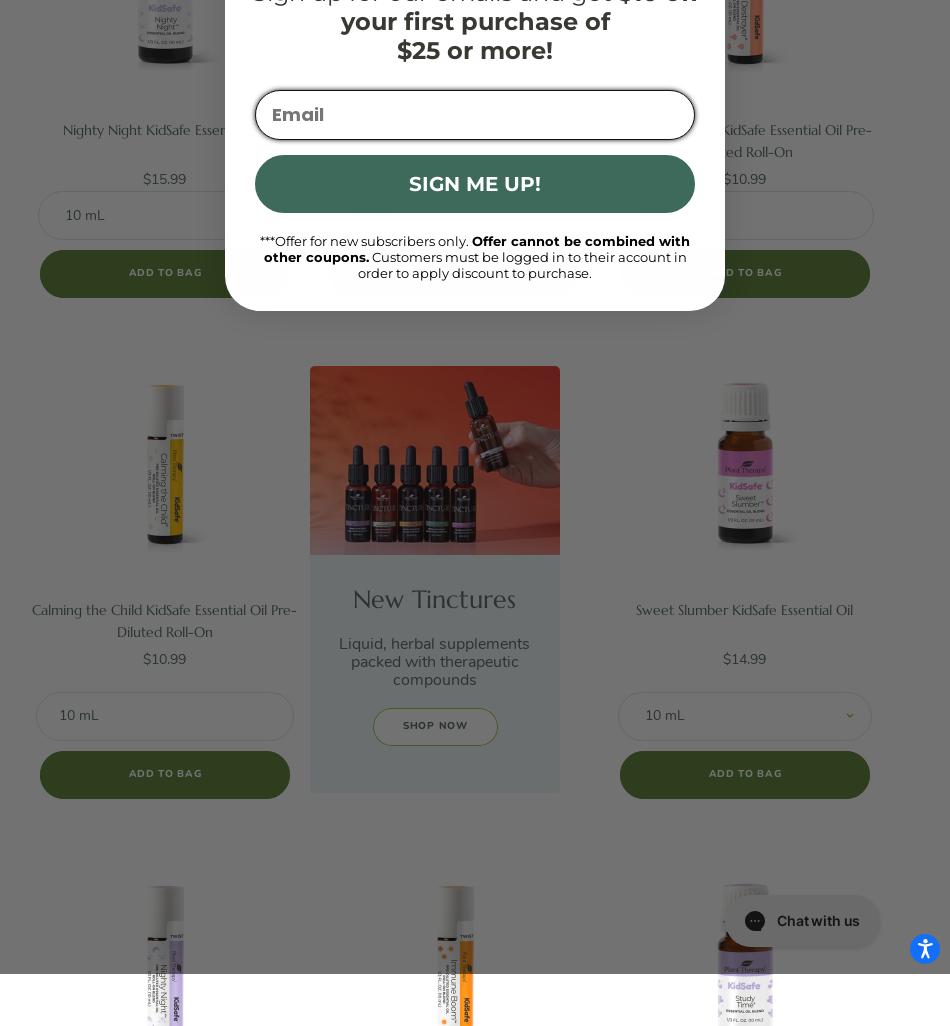  What do you see at coordinates (453, 317) in the screenshot?
I see `'100 mL
$47.99'` at bounding box center [453, 317].